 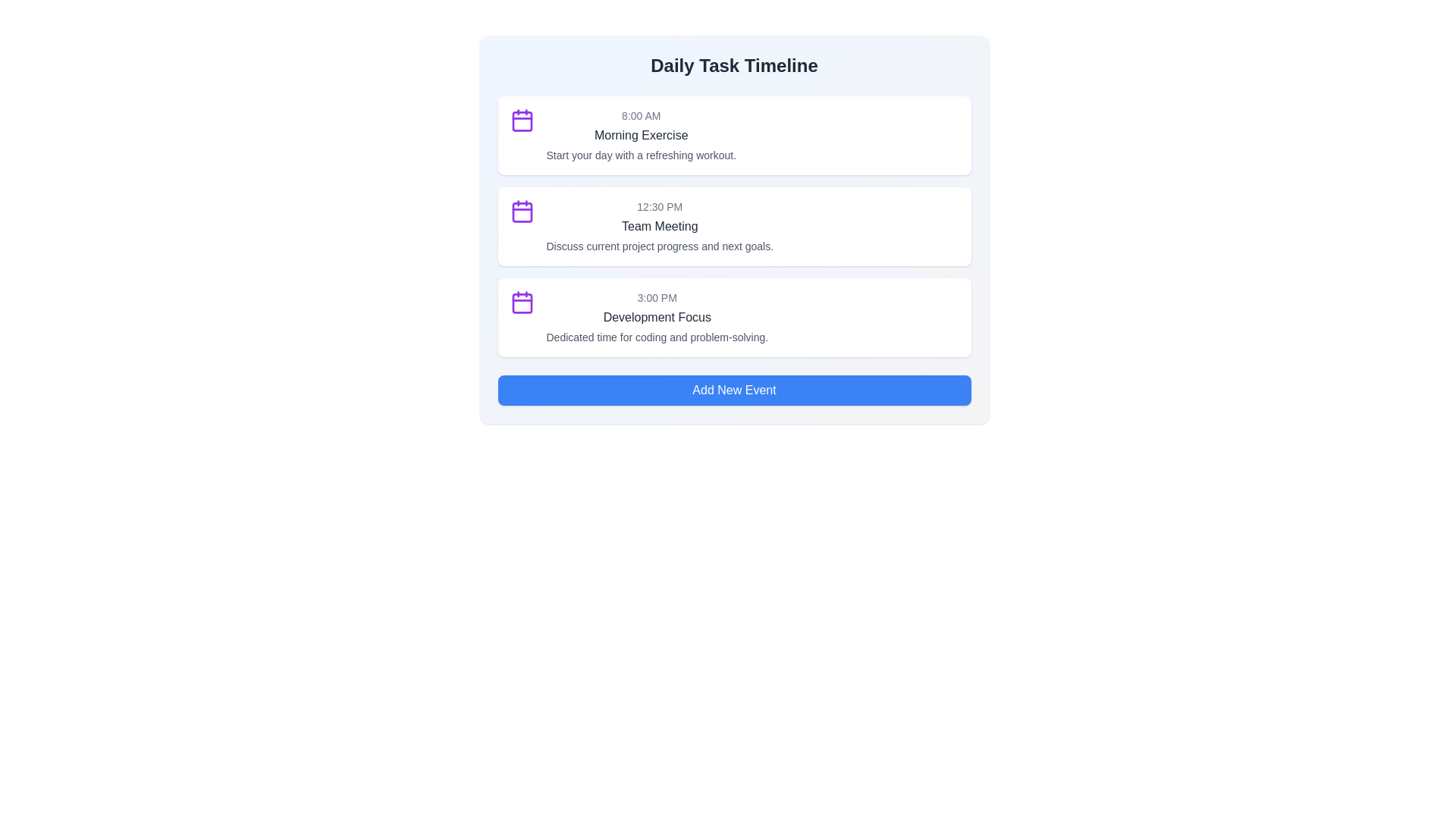 I want to click on the inner rectangular space of the calendar icon located in the third item of the vertical list of time events on the right section of the interface, so click(x=522, y=303).